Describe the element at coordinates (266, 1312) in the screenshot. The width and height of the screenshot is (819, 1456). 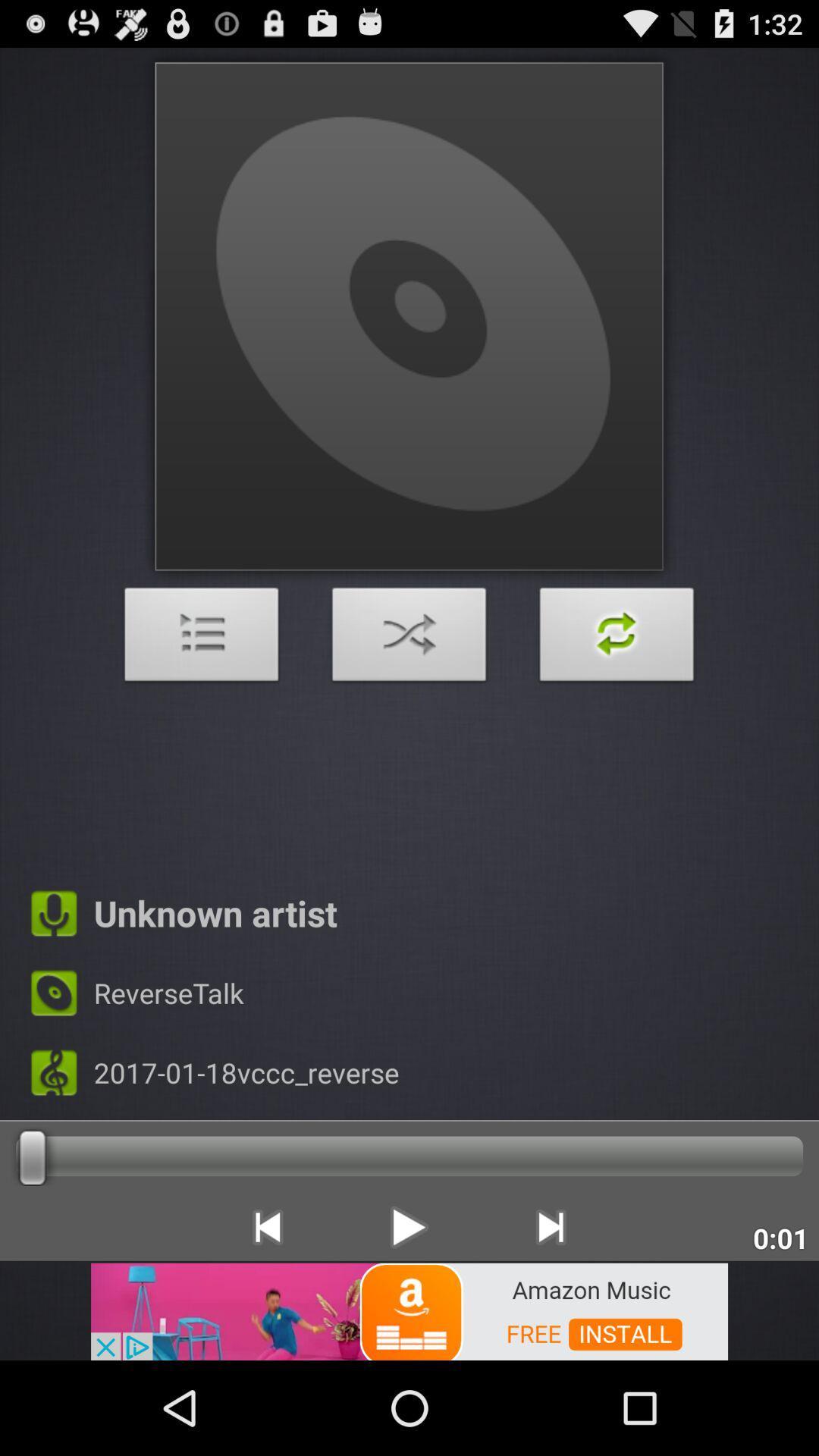
I see `the skip_previous icon` at that location.